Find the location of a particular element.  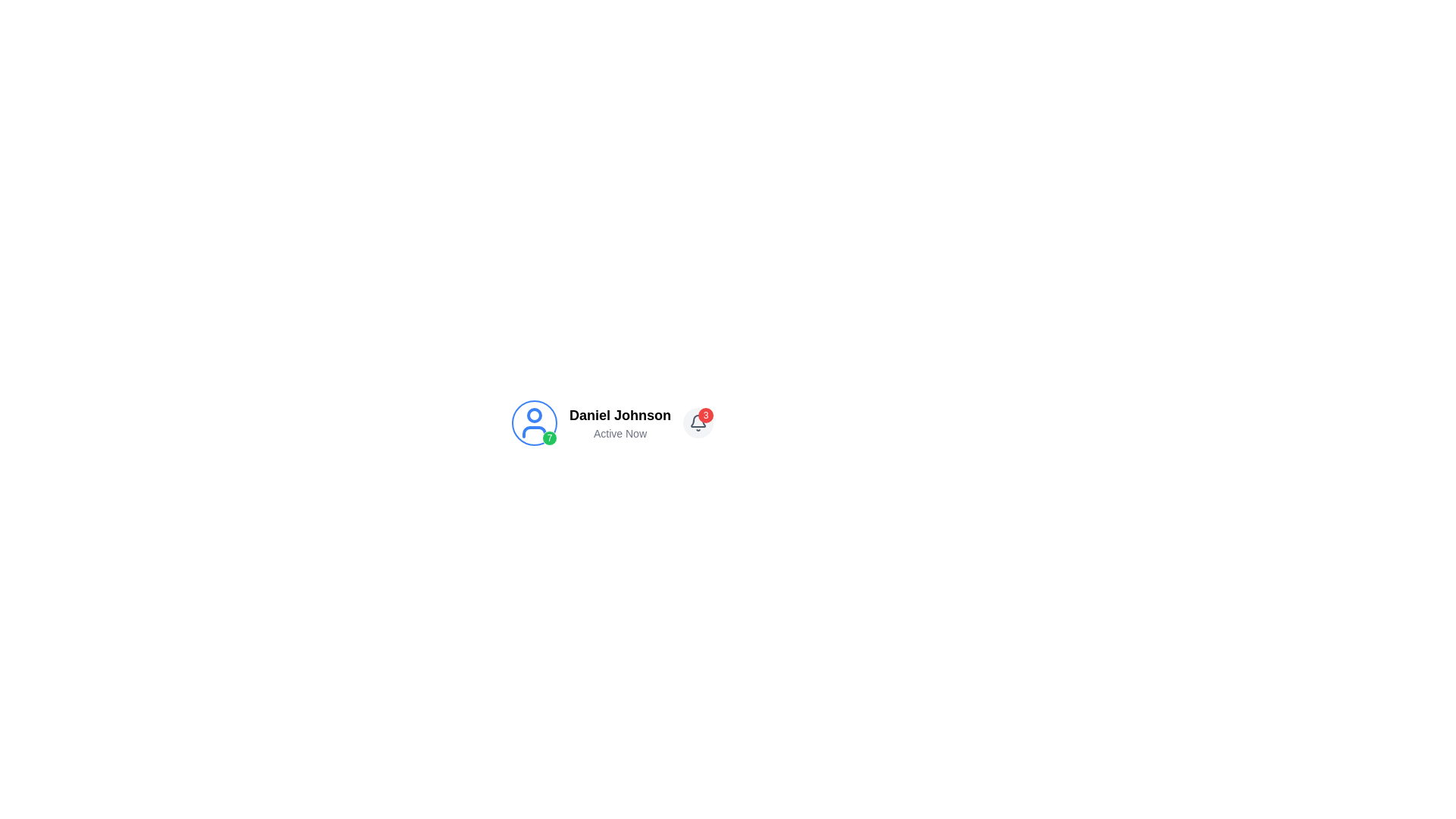

the small circular badge with a green background and white border, displaying the number '7', located at the bottom-right corner of the user icon is located at coordinates (548, 438).